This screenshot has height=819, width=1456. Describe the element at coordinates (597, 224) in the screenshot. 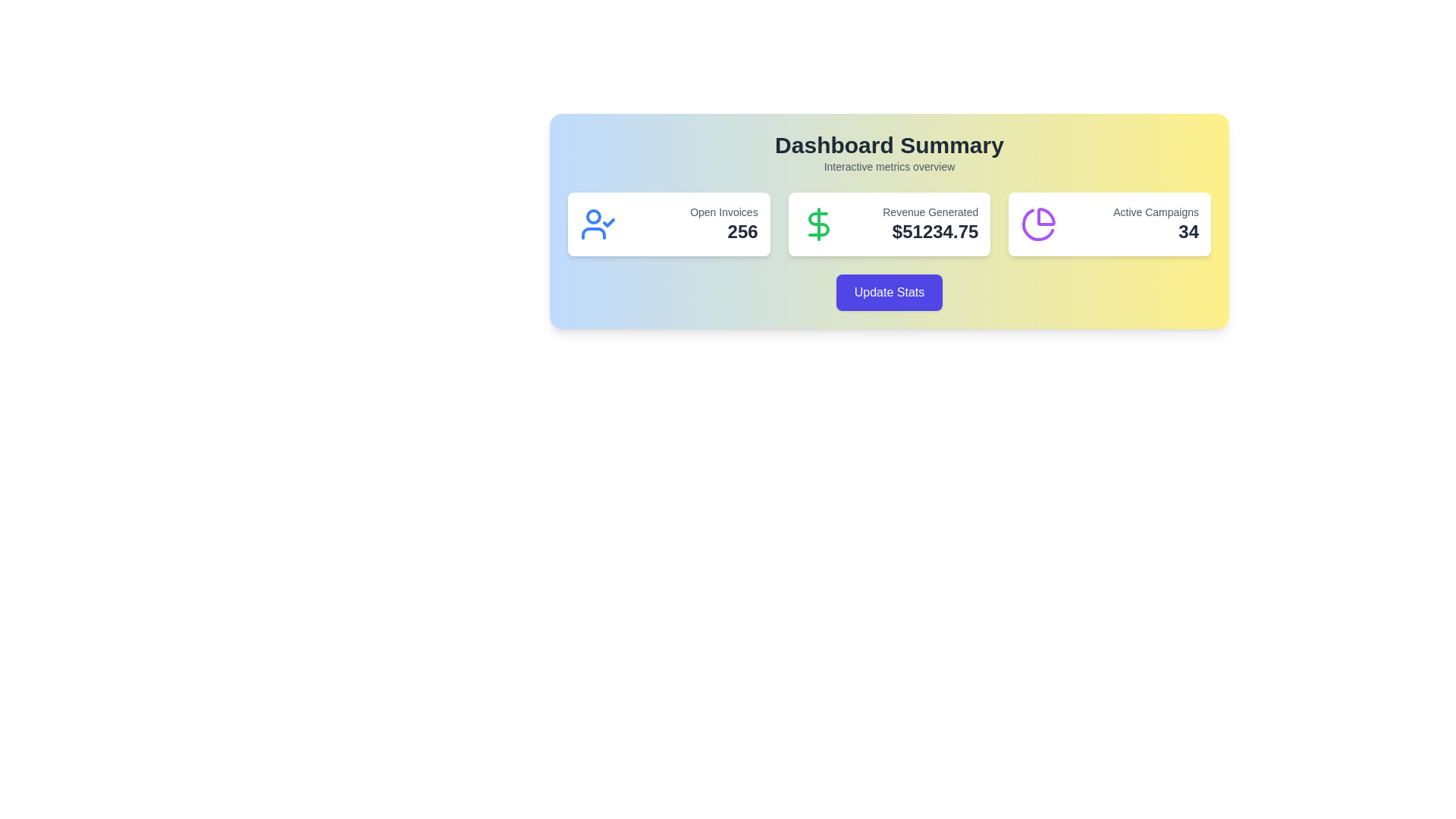

I see `user icon with a checkmark on the right, styled in blue, located on the left side of the 'Open Invoices' card in the dashboard summary` at that location.